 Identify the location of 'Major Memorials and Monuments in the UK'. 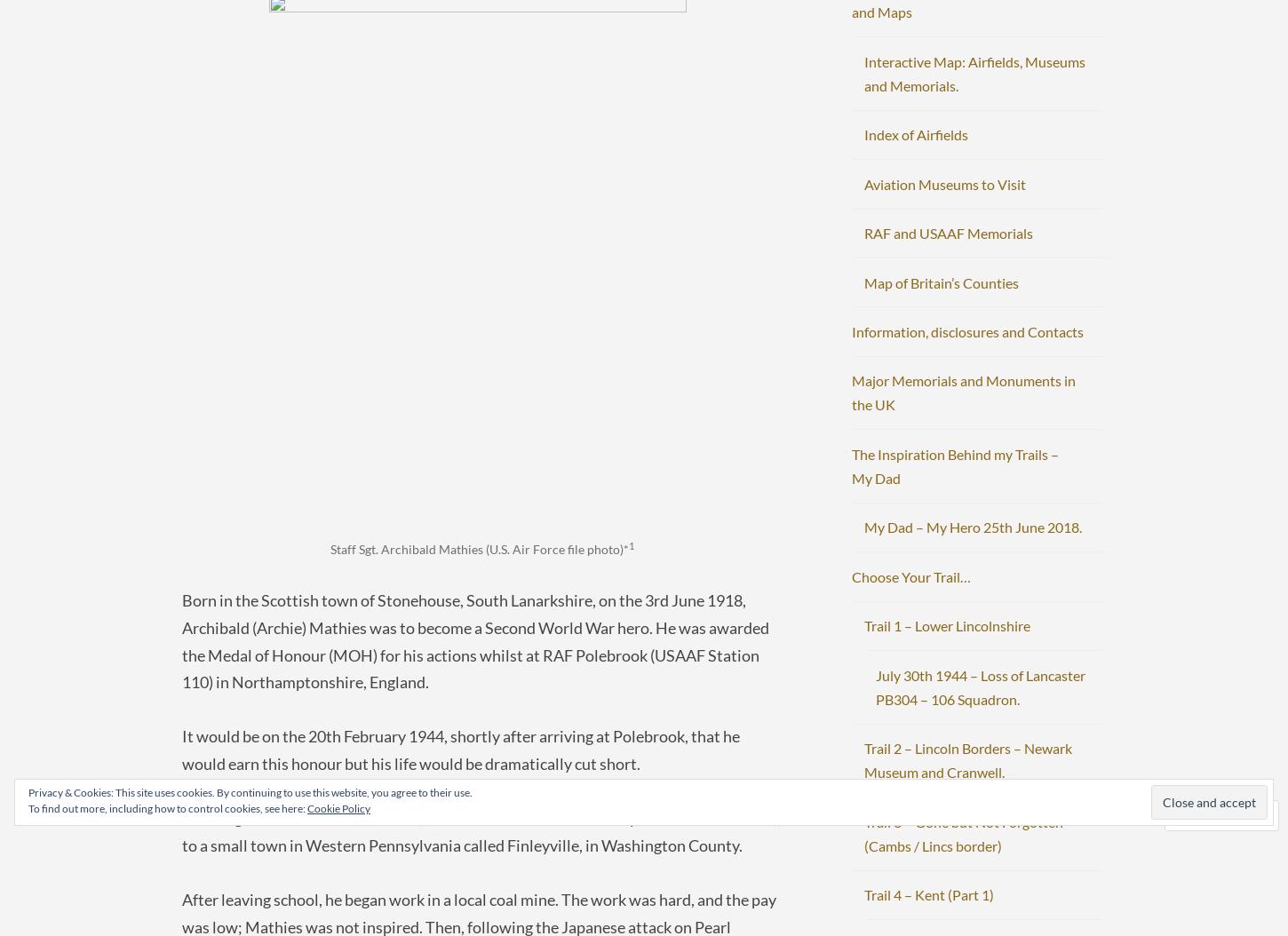
(964, 393).